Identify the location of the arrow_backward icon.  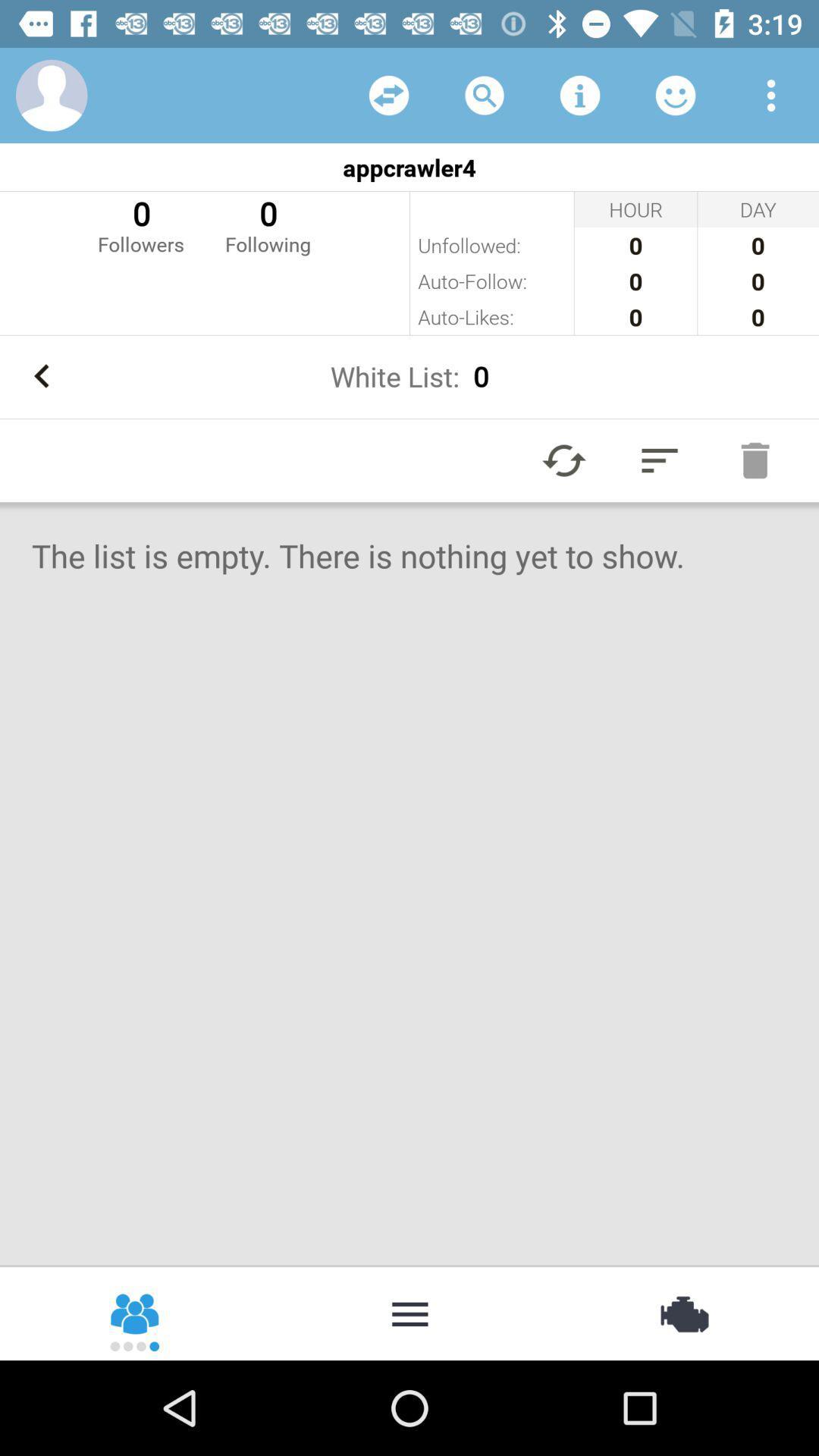
(41, 376).